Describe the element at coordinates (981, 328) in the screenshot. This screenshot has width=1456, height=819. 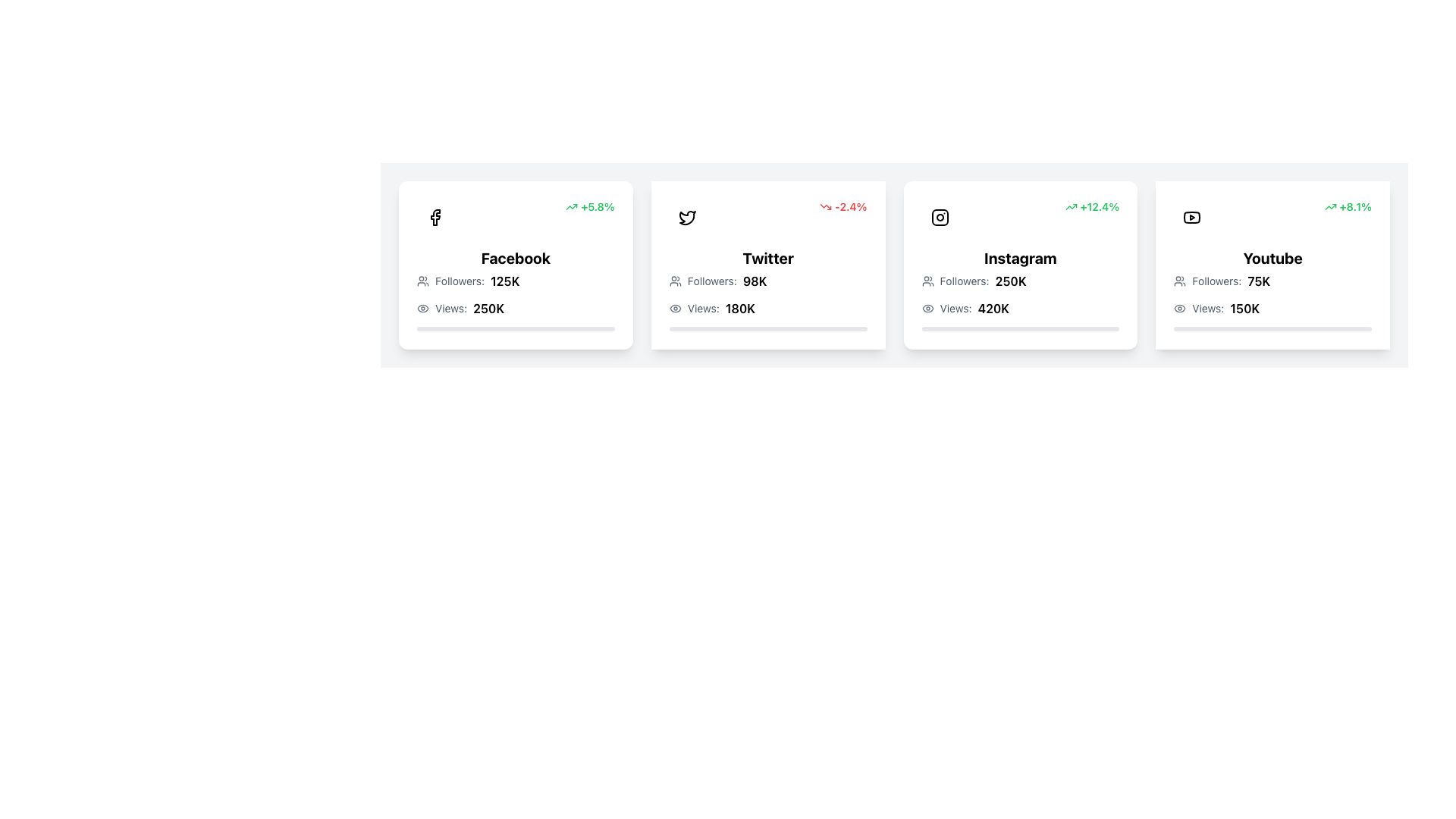
I see `the vibrant pink progress bar segment, which is the filled portion of the gray progress bar indicating 60% completion, located under the 'Views: 420K' metrics in the Instagram section` at that location.